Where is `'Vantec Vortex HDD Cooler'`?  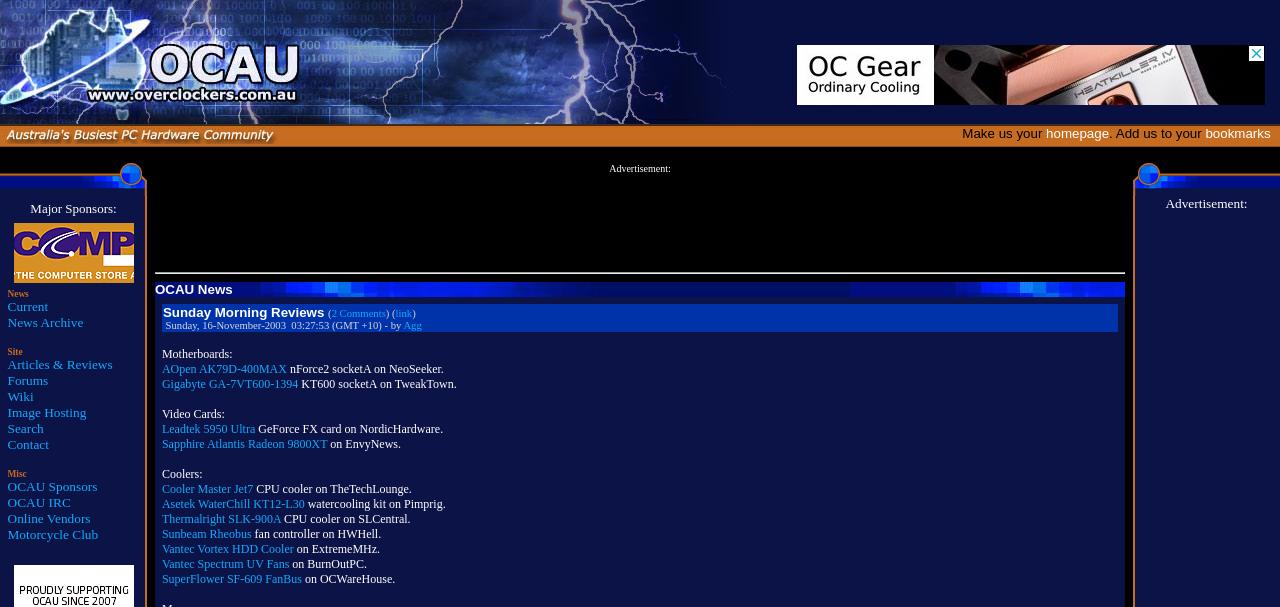
'Vantec Vortex HDD Cooler' is located at coordinates (226, 548).